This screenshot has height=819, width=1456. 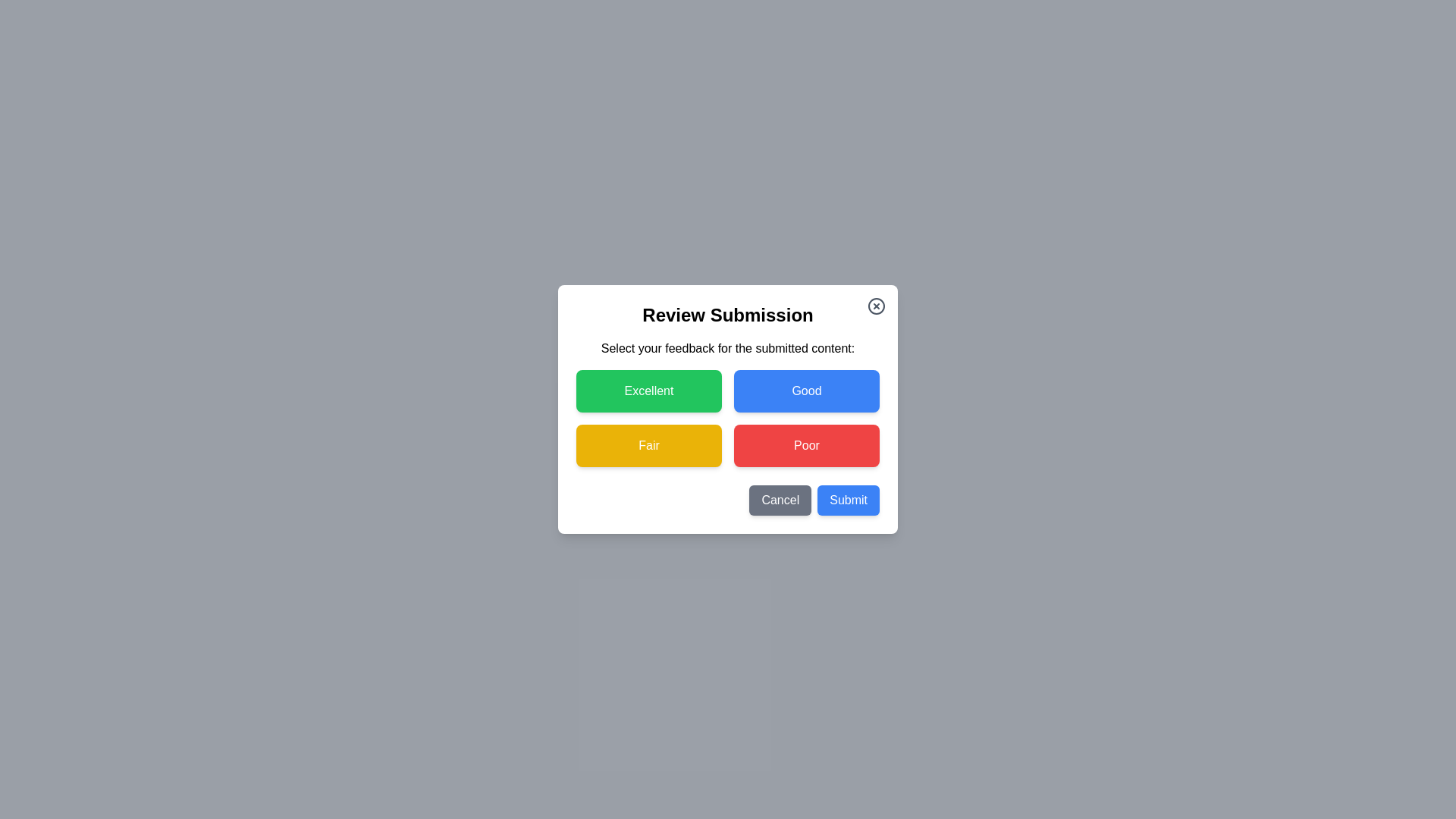 What do you see at coordinates (806, 391) in the screenshot?
I see `the button labeled Good to select the corresponding feedback` at bounding box center [806, 391].